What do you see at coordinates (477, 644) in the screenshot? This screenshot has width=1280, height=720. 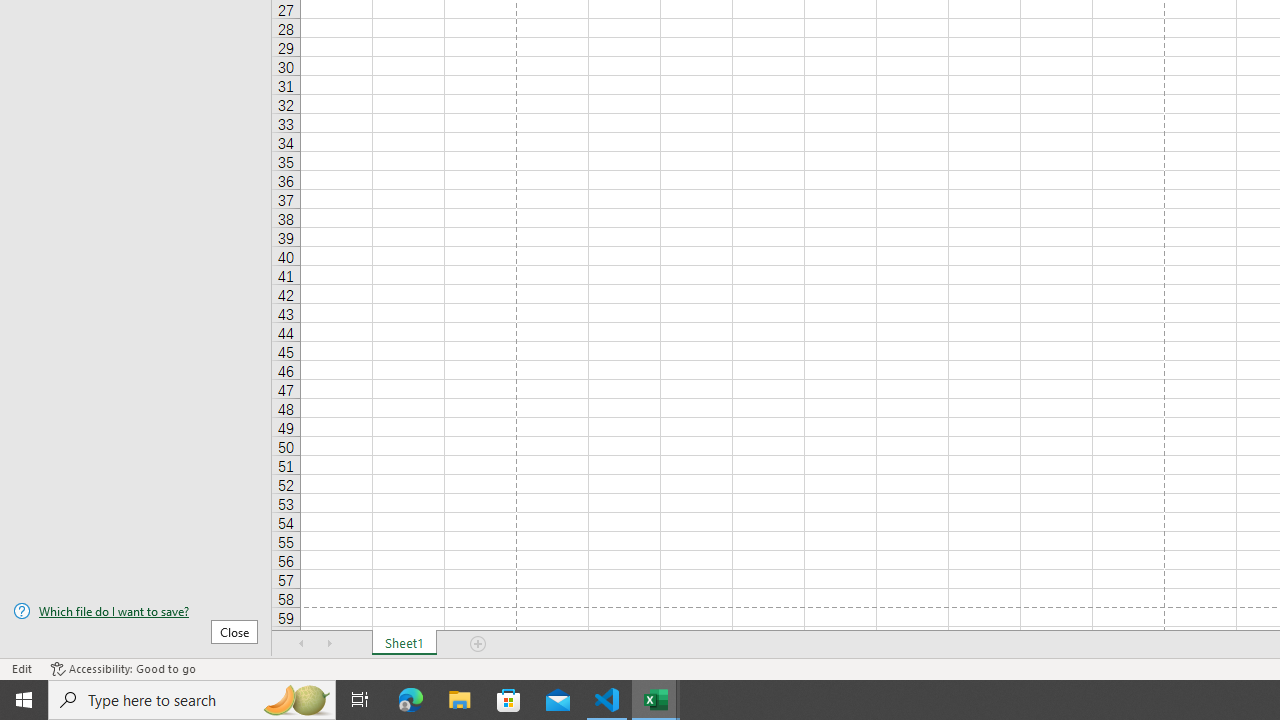 I see `'Add Sheet'` at bounding box center [477, 644].